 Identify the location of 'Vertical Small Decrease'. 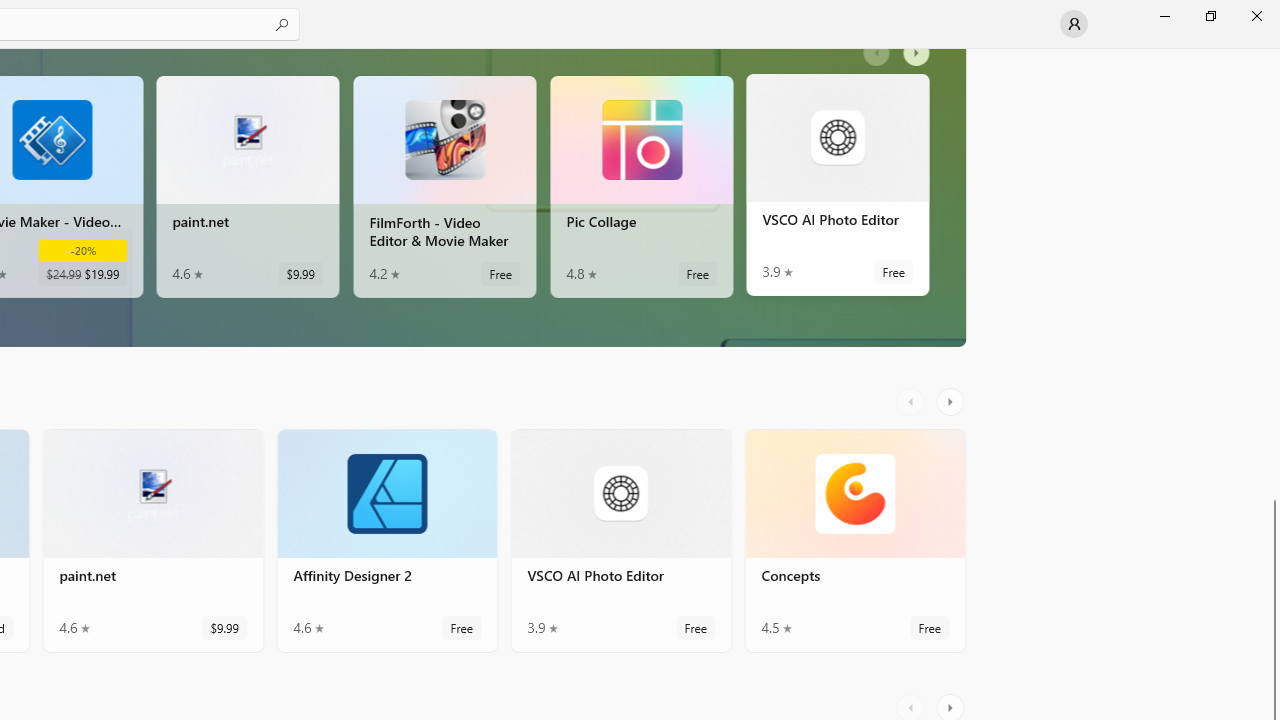
(1271, 54).